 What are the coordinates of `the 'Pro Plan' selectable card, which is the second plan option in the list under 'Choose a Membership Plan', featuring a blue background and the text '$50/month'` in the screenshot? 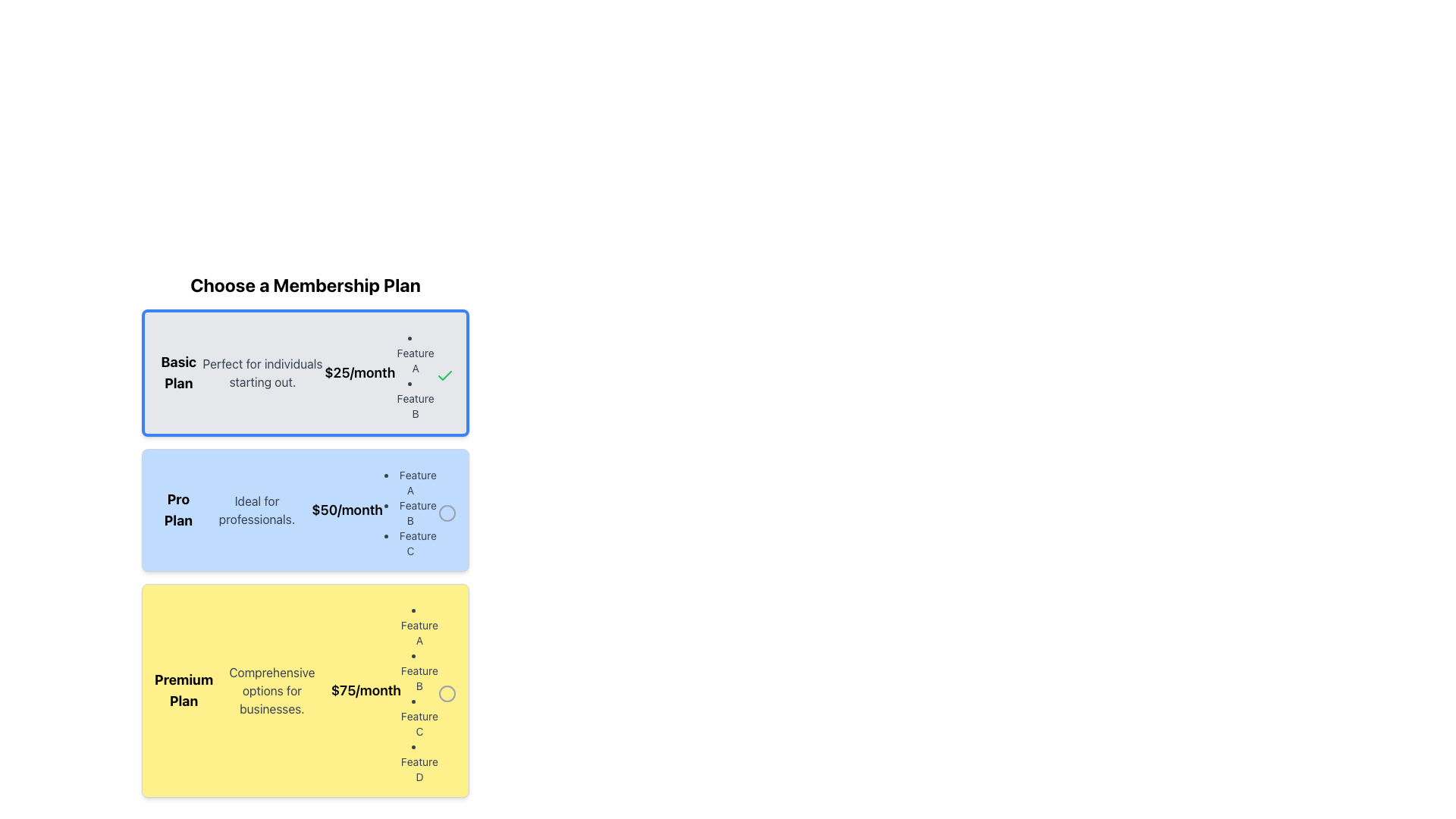 It's located at (305, 510).